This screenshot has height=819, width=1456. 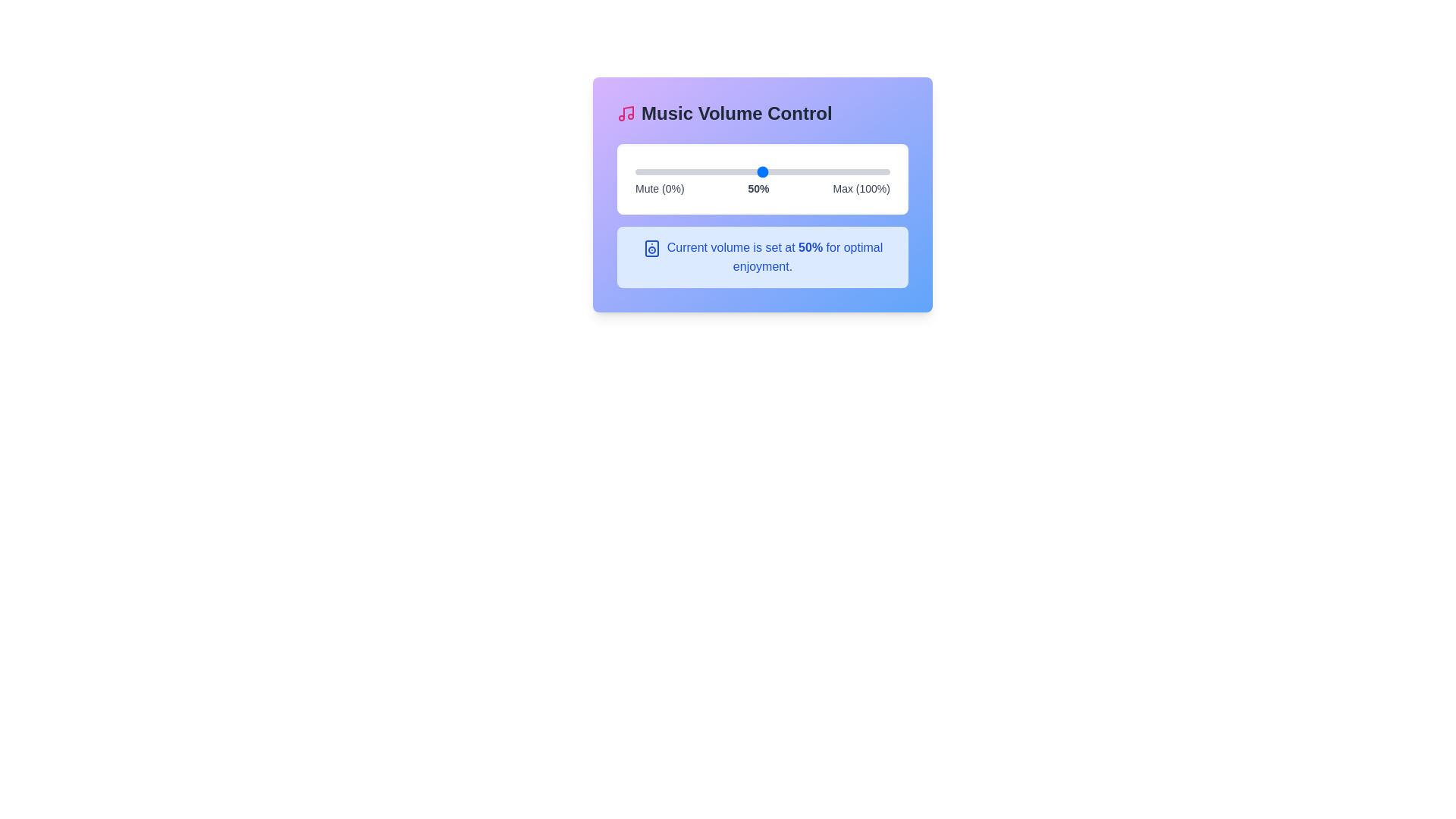 I want to click on the volume slider to set the volume to 18%, so click(x=680, y=171).